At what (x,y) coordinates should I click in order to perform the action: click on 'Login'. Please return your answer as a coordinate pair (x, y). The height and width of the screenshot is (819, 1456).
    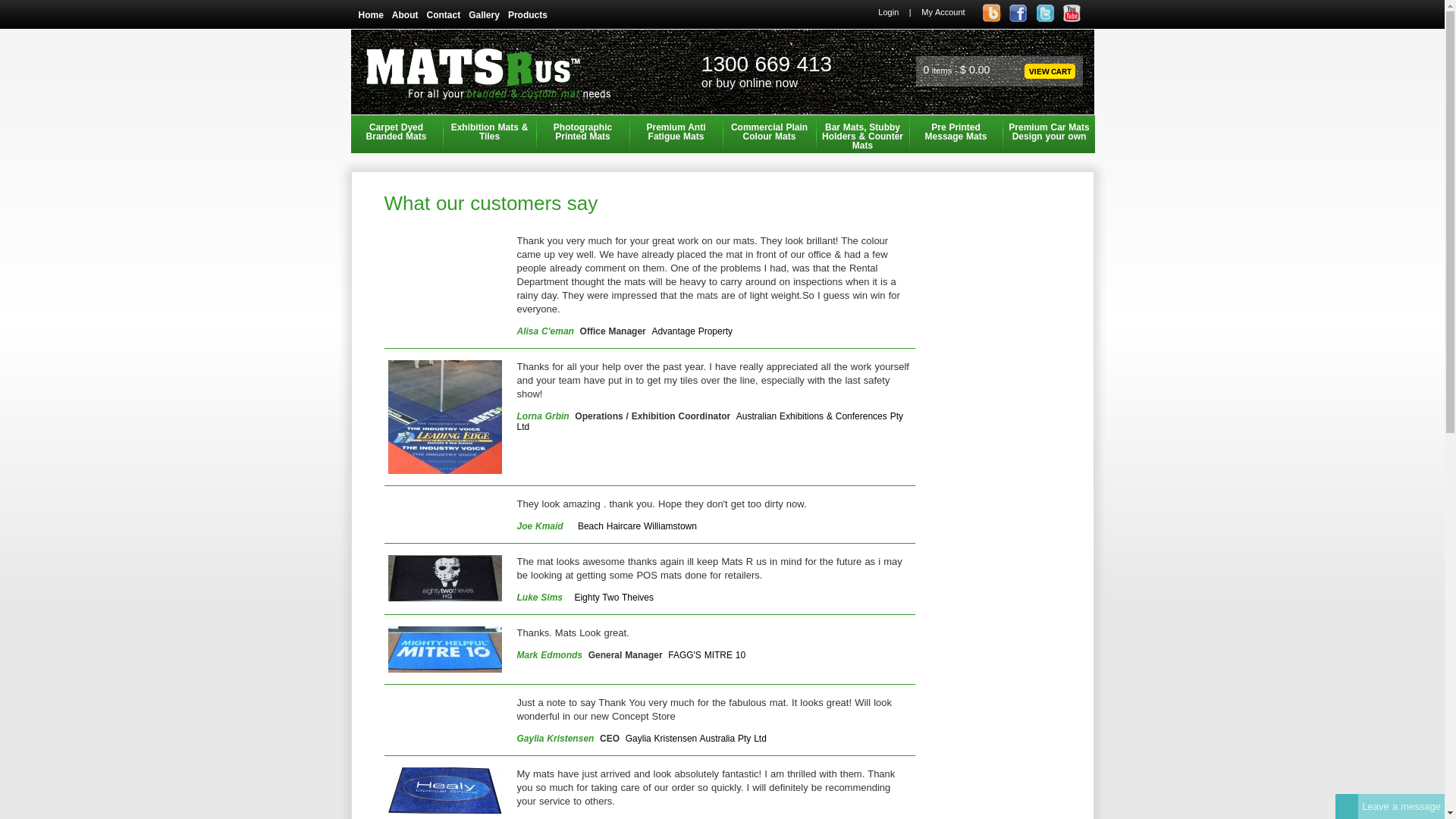
    Looking at the image, I should click on (888, 11).